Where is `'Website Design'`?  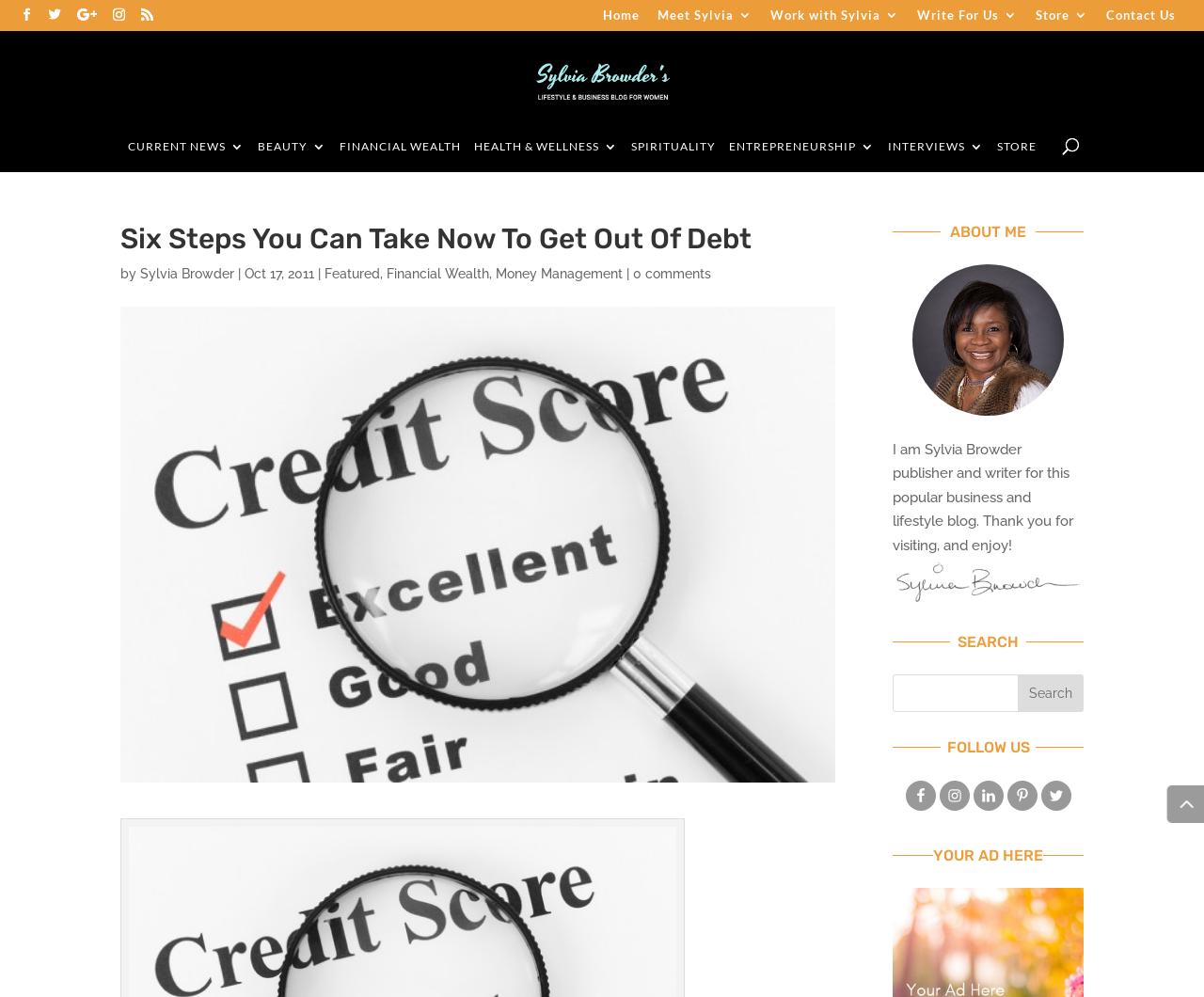 'Website Design' is located at coordinates (829, 194).